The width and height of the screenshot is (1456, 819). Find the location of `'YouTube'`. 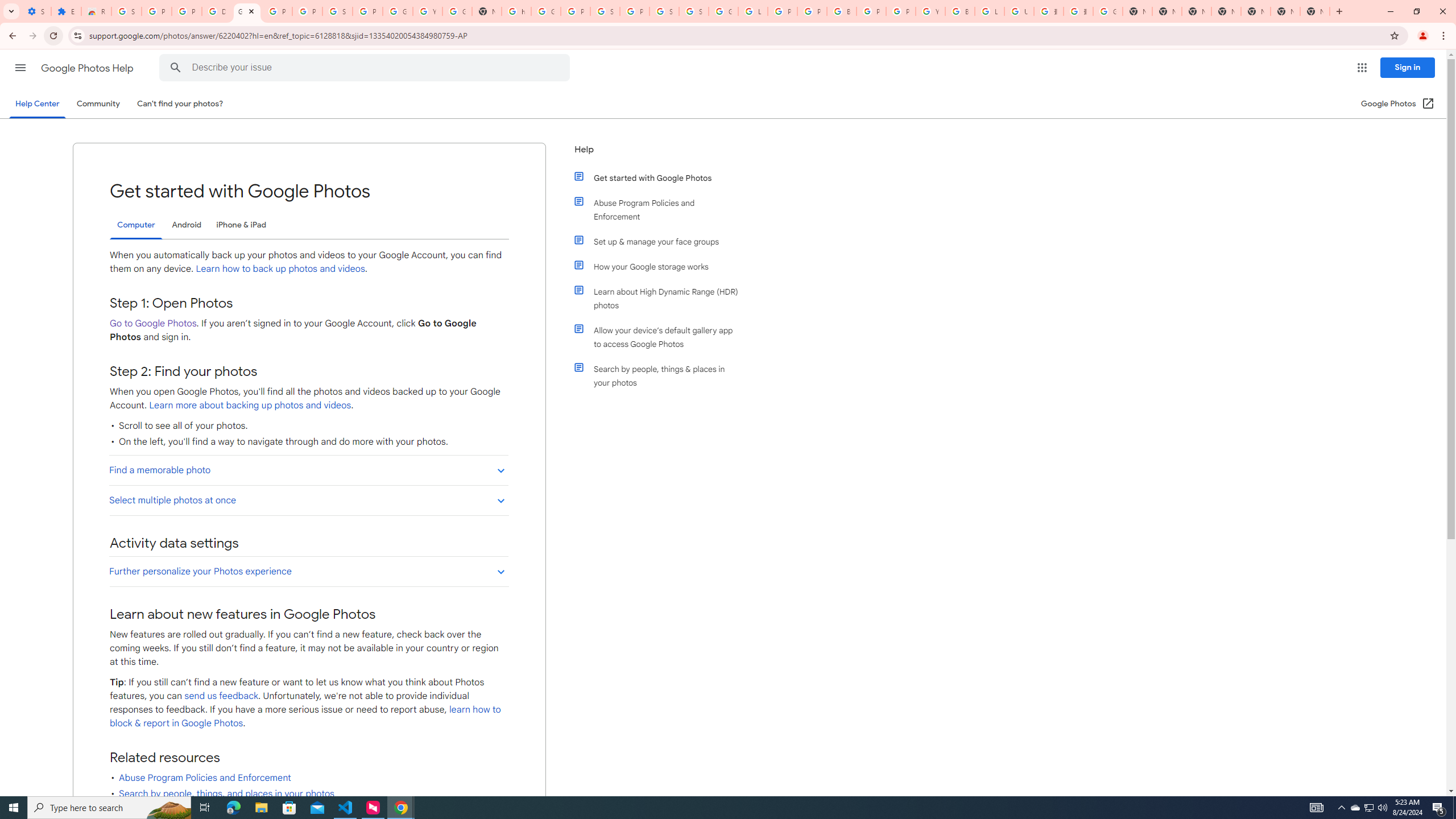

'YouTube' is located at coordinates (929, 11).